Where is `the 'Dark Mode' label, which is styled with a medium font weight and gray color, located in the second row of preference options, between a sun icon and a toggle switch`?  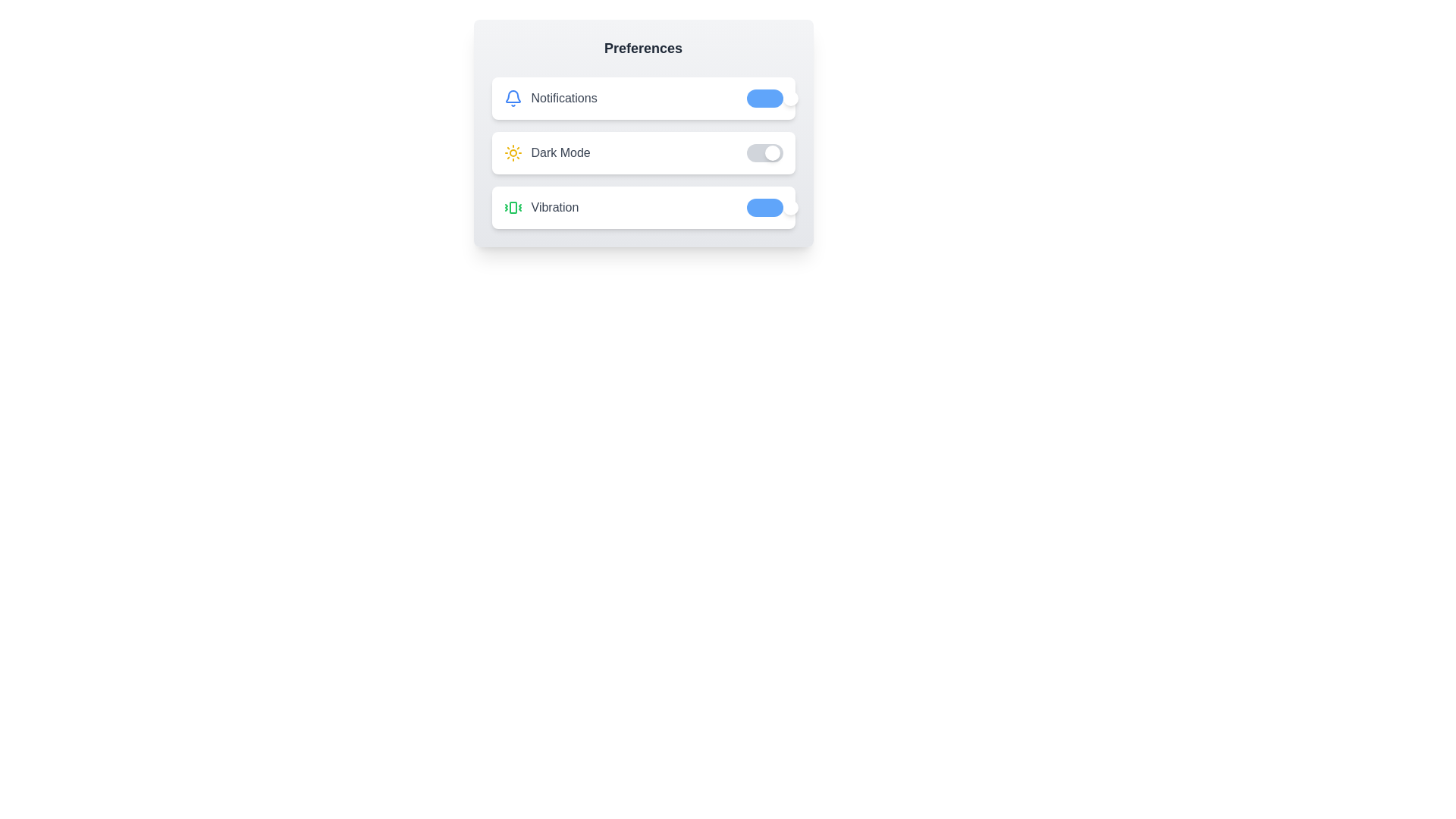
the 'Dark Mode' label, which is styled with a medium font weight and gray color, located in the second row of preference options, between a sun icon and a toggle switch is located at coordinates (560, 152).